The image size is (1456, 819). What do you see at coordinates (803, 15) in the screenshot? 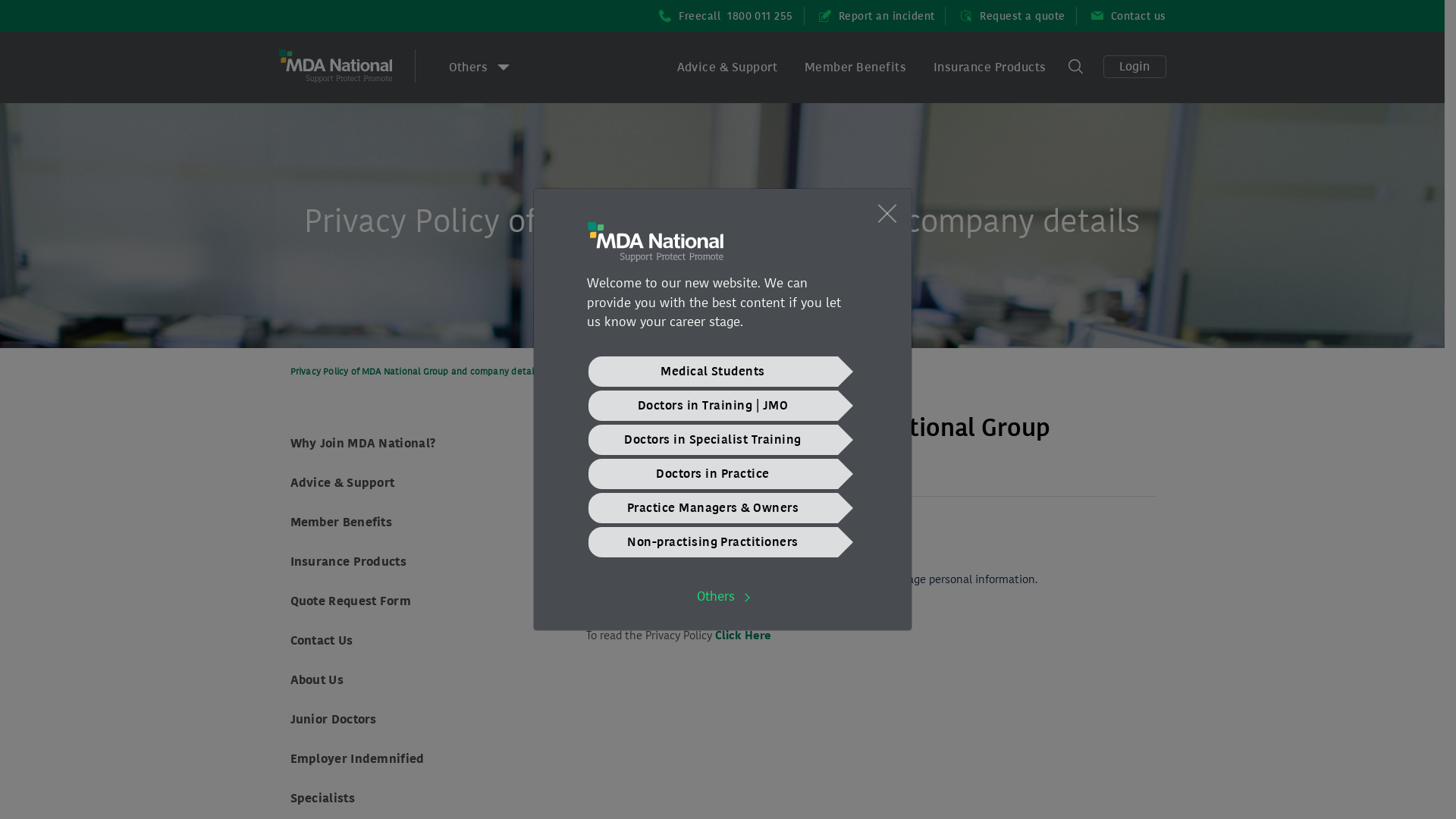
I see `'Report an incident'` at bounding box center [803, 15].